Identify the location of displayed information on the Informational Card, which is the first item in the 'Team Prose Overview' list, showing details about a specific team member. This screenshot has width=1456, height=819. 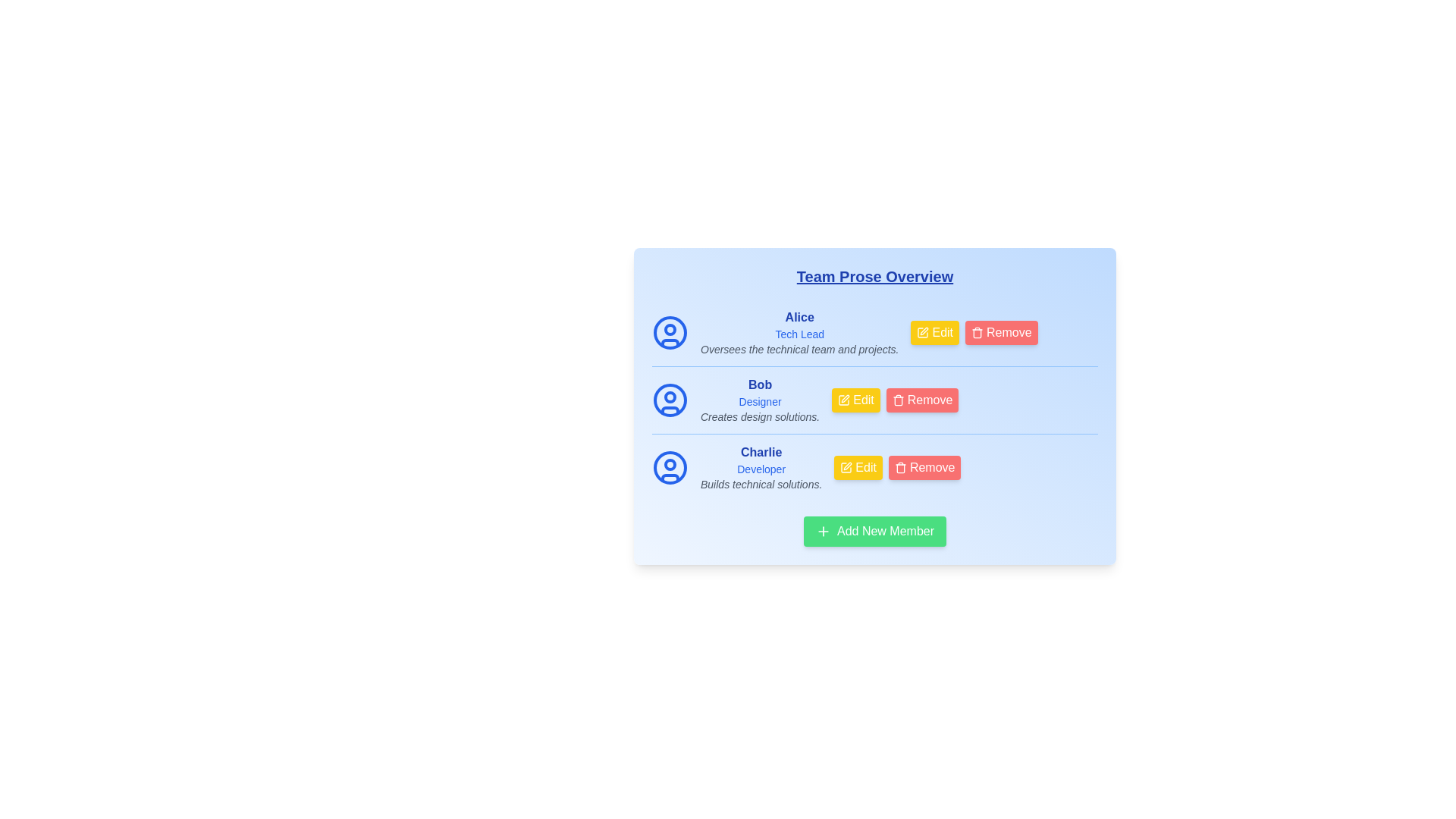
(799, 332).